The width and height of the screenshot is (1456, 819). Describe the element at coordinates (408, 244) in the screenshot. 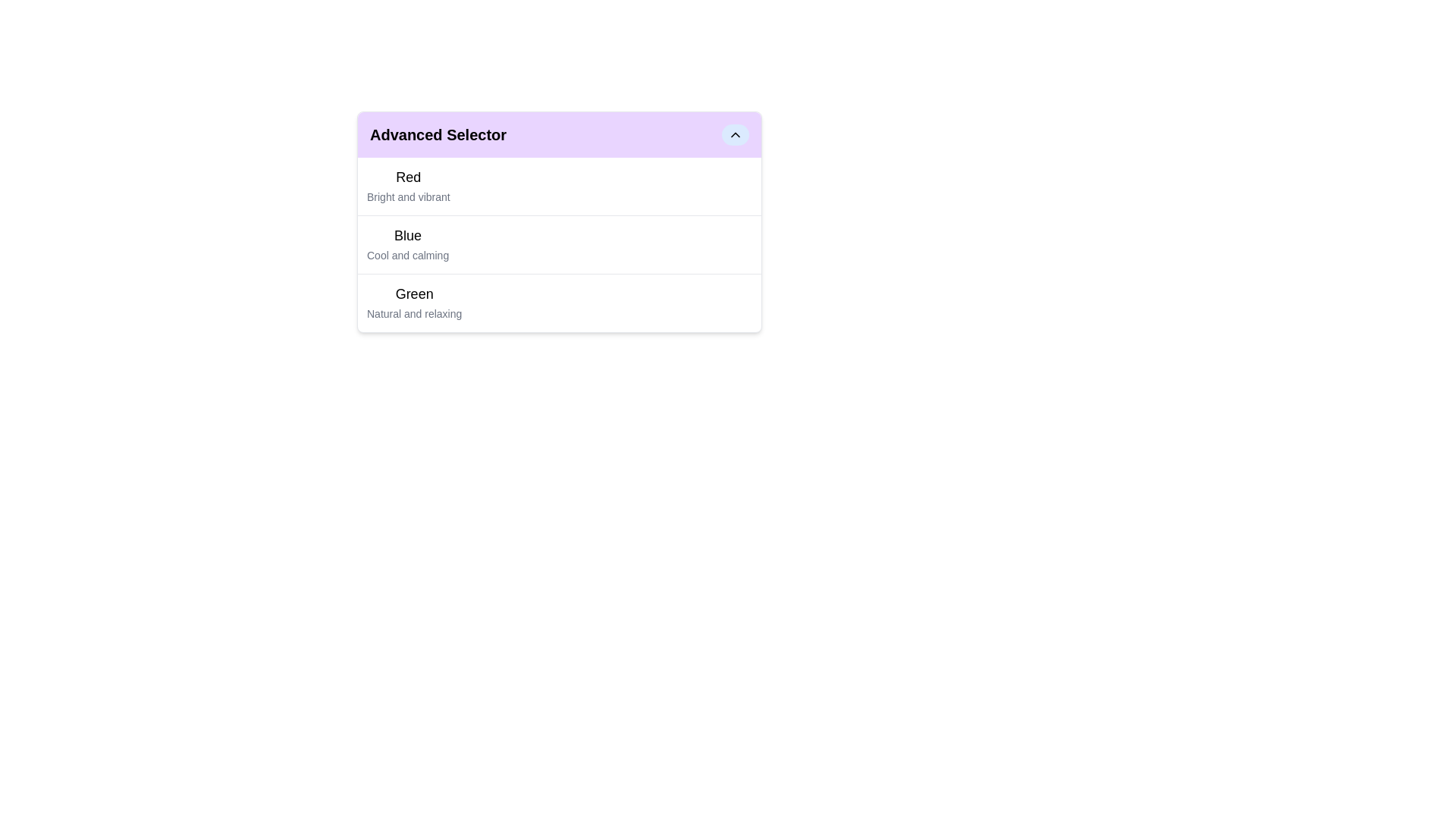

I see `the second selectable list item in the 'Advanced Selector' menu to trigger a visual change` at that location.